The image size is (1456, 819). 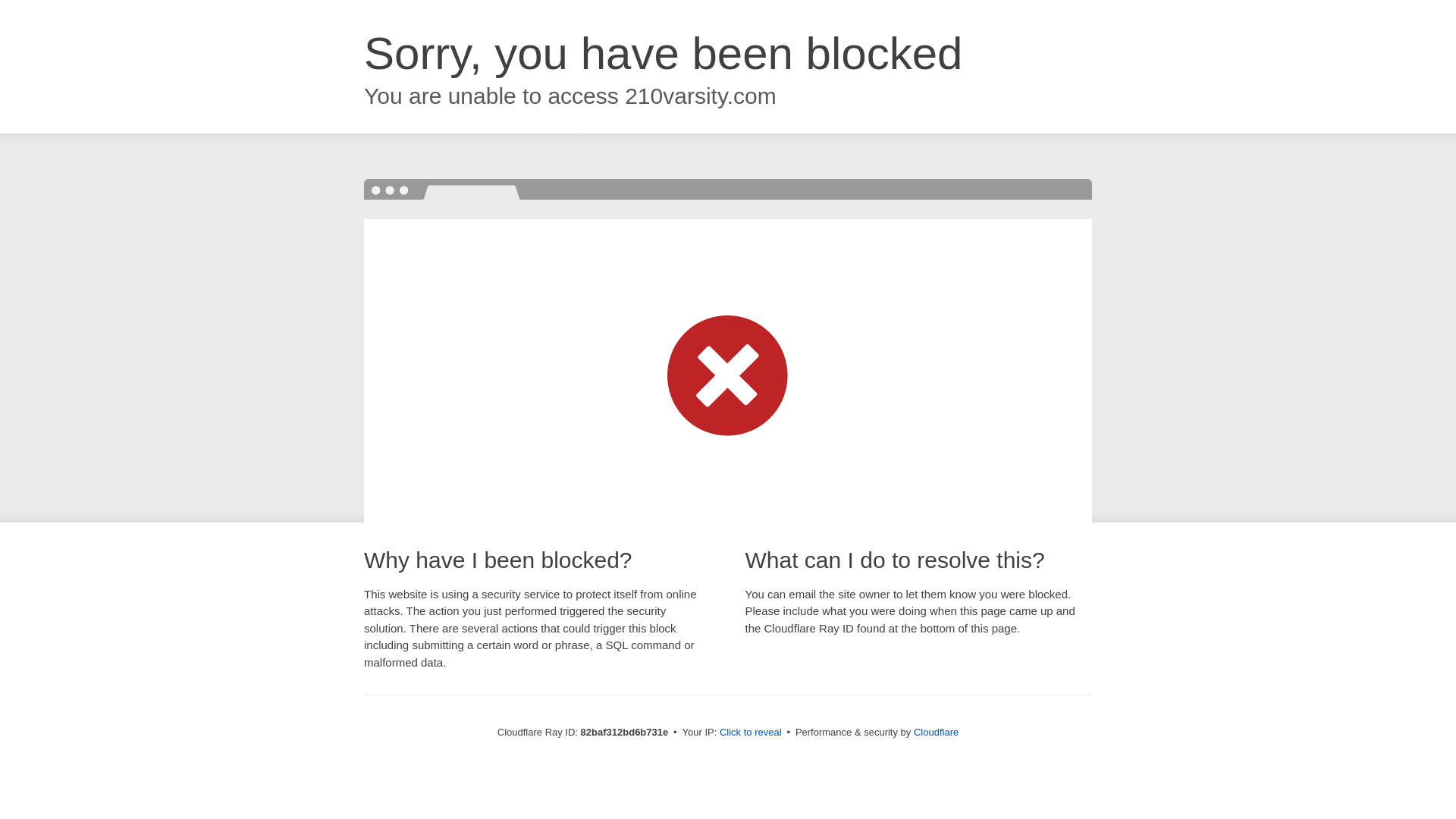 I want to click on 'Cloudflare', so click(x=935, y=731).